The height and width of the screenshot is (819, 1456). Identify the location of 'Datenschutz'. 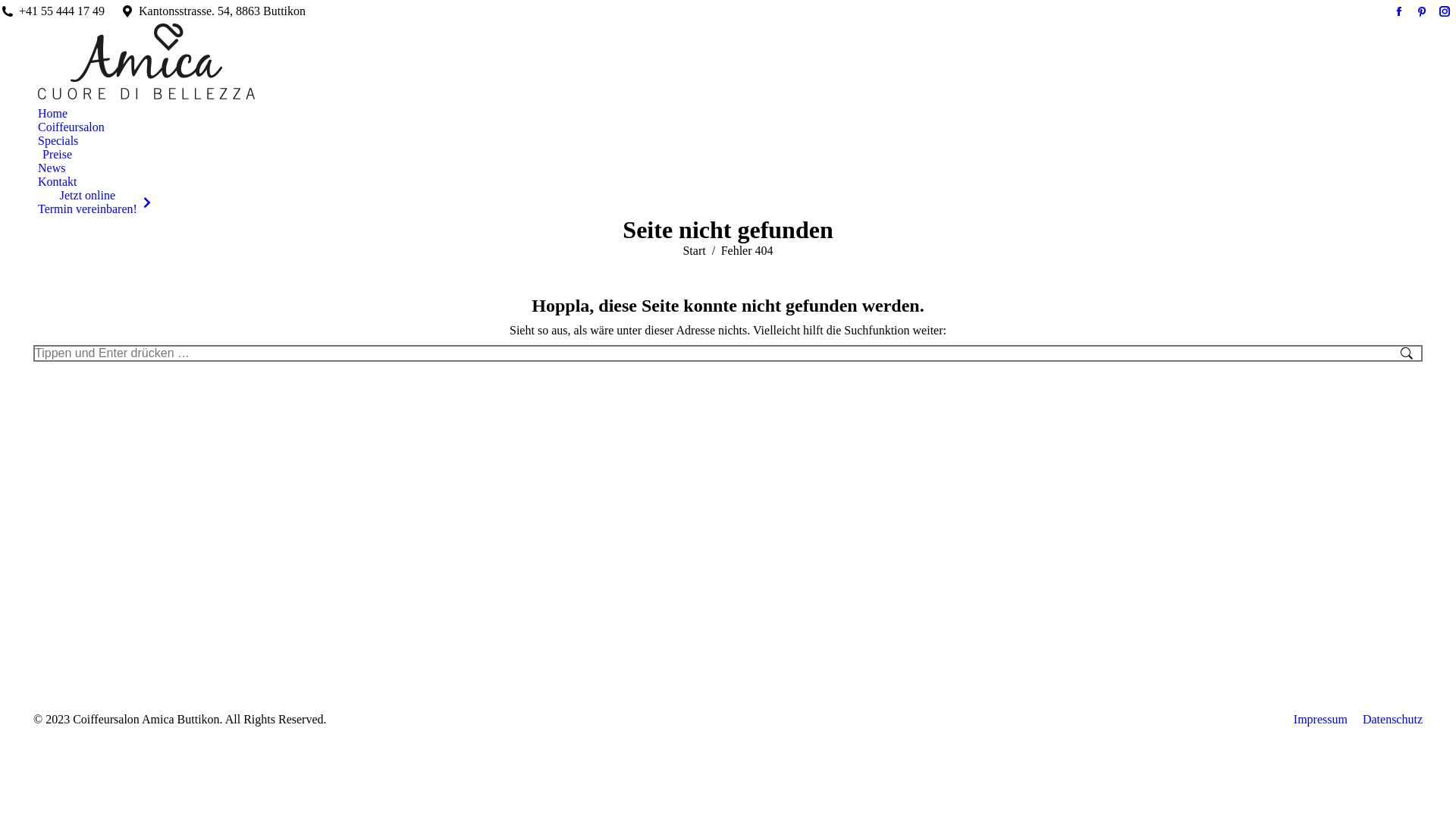
(1392, 718).